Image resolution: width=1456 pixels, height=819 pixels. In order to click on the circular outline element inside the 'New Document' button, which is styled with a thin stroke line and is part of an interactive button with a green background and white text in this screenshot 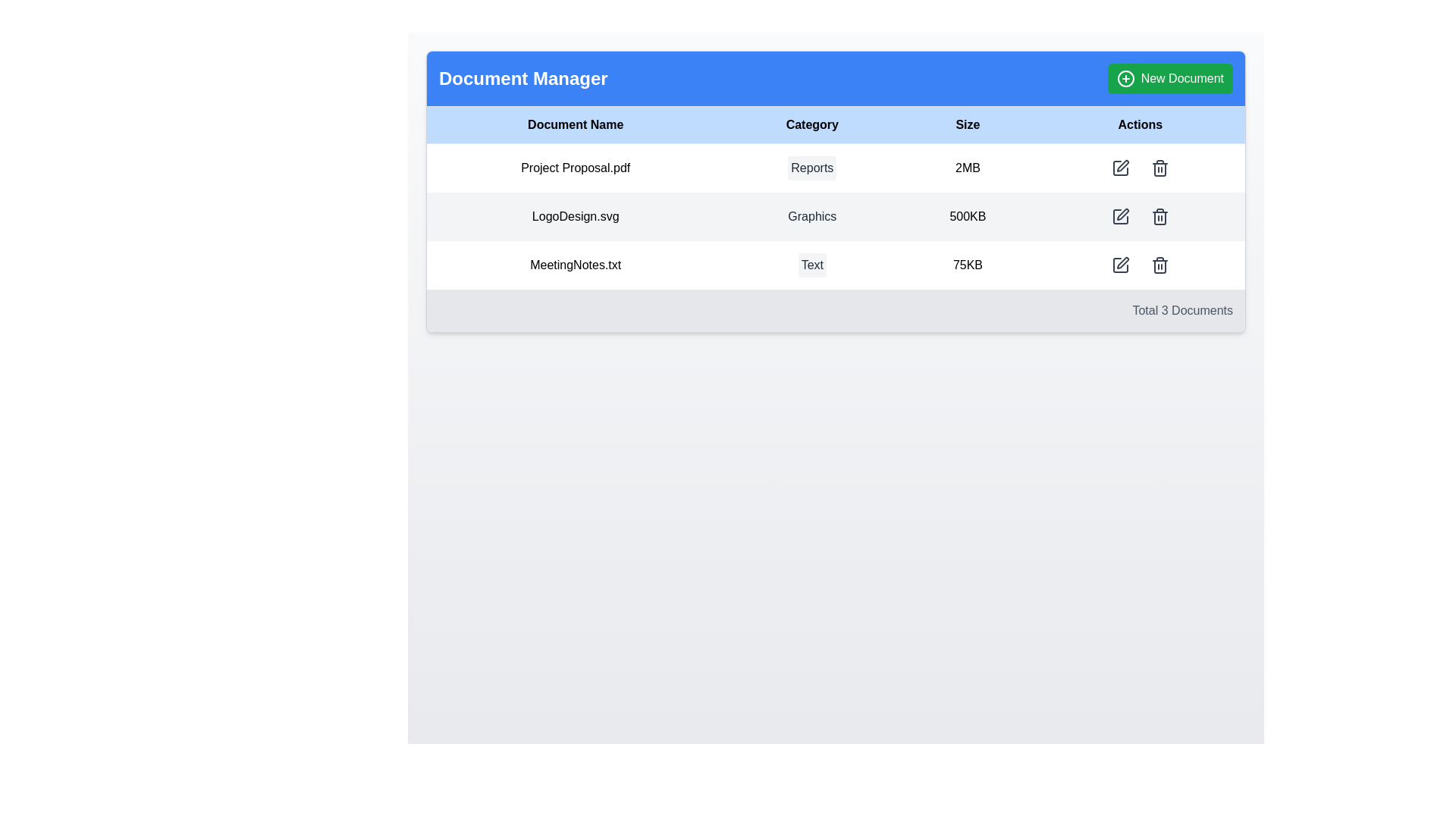, I will do `click(1125, 79)`.